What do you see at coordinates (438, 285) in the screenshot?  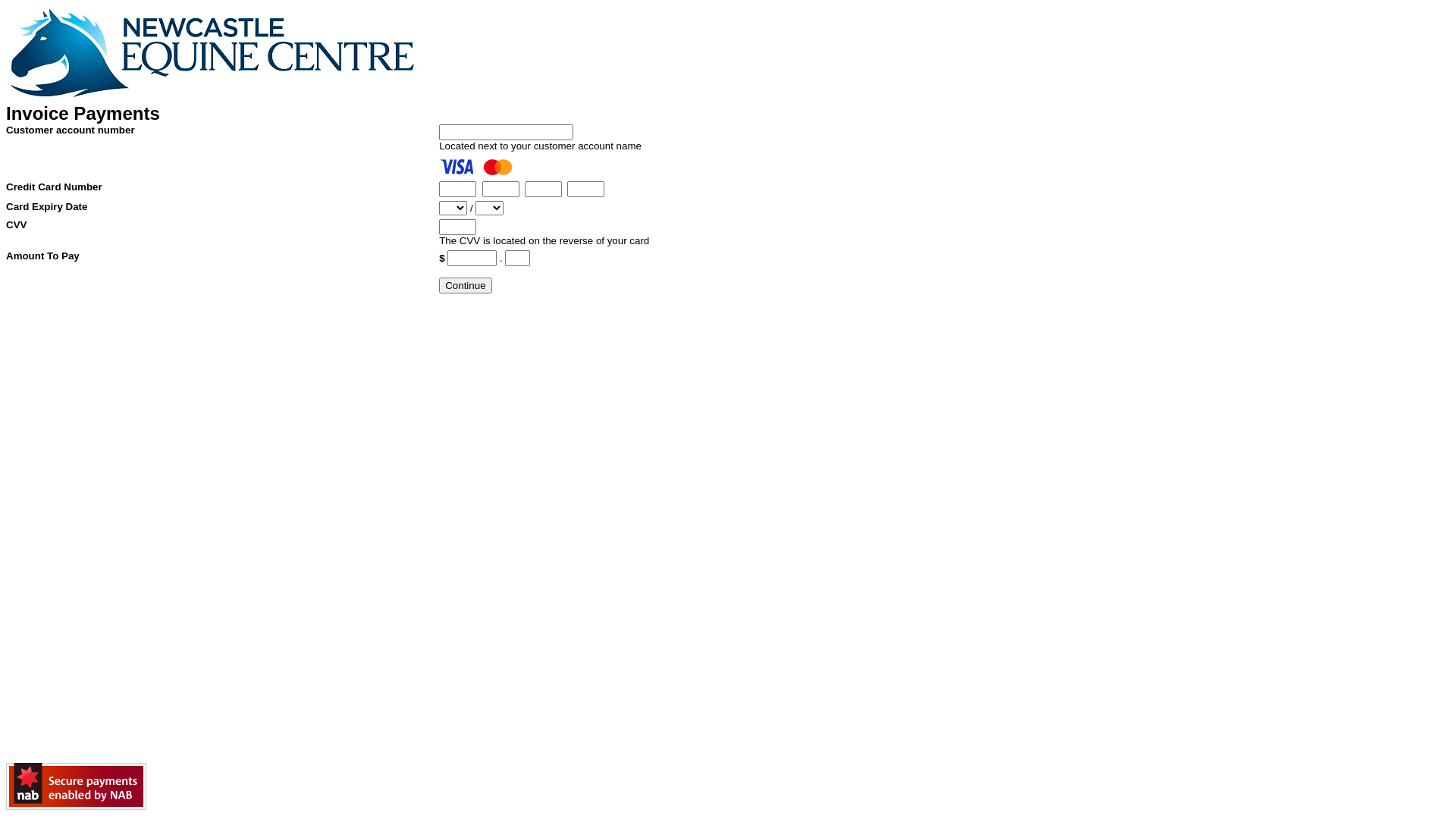 I see `'Continue'` at bounding box center [438, 285].